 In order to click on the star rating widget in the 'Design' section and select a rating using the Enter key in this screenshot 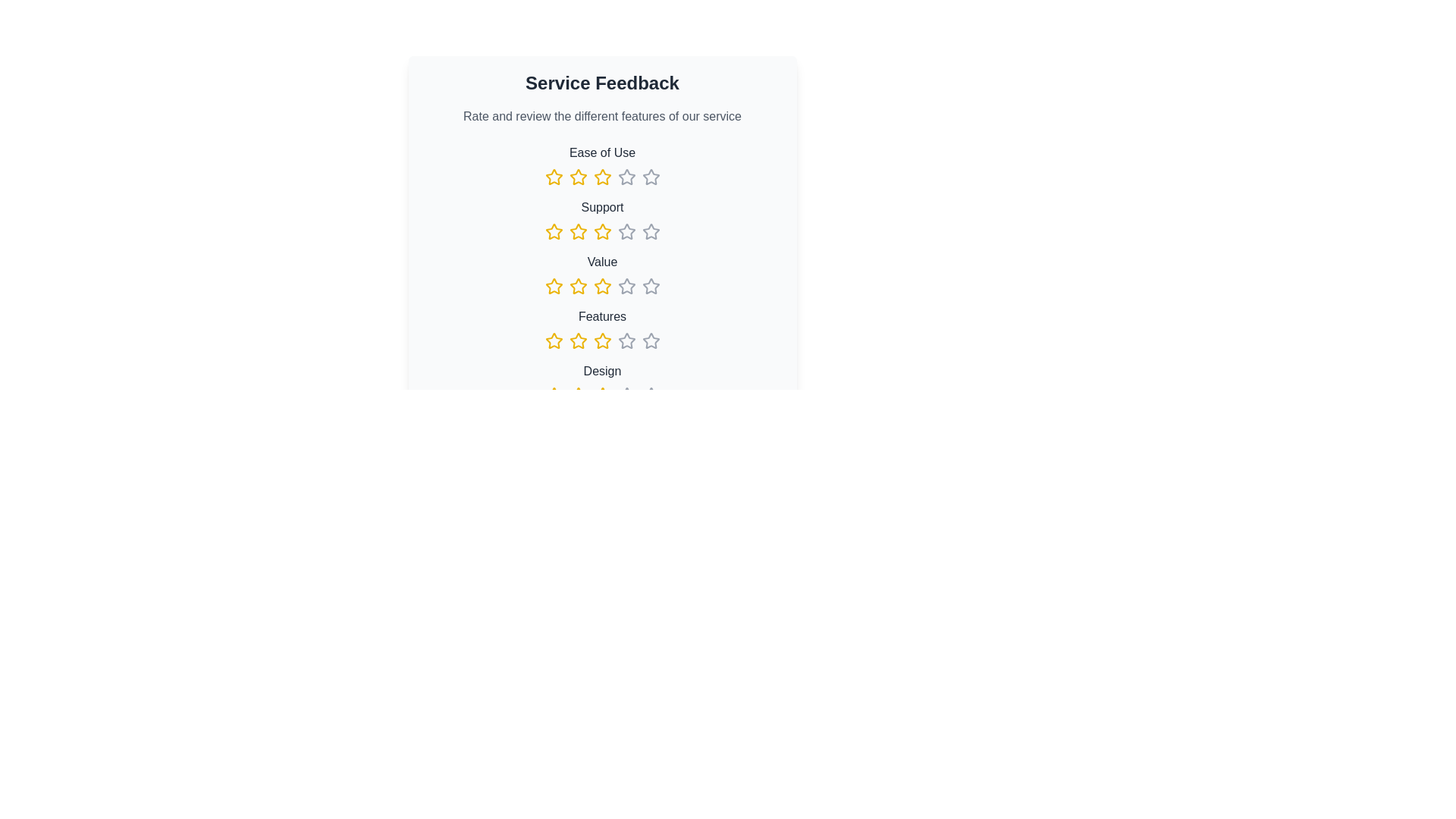, I will do `click(601, 394)`.